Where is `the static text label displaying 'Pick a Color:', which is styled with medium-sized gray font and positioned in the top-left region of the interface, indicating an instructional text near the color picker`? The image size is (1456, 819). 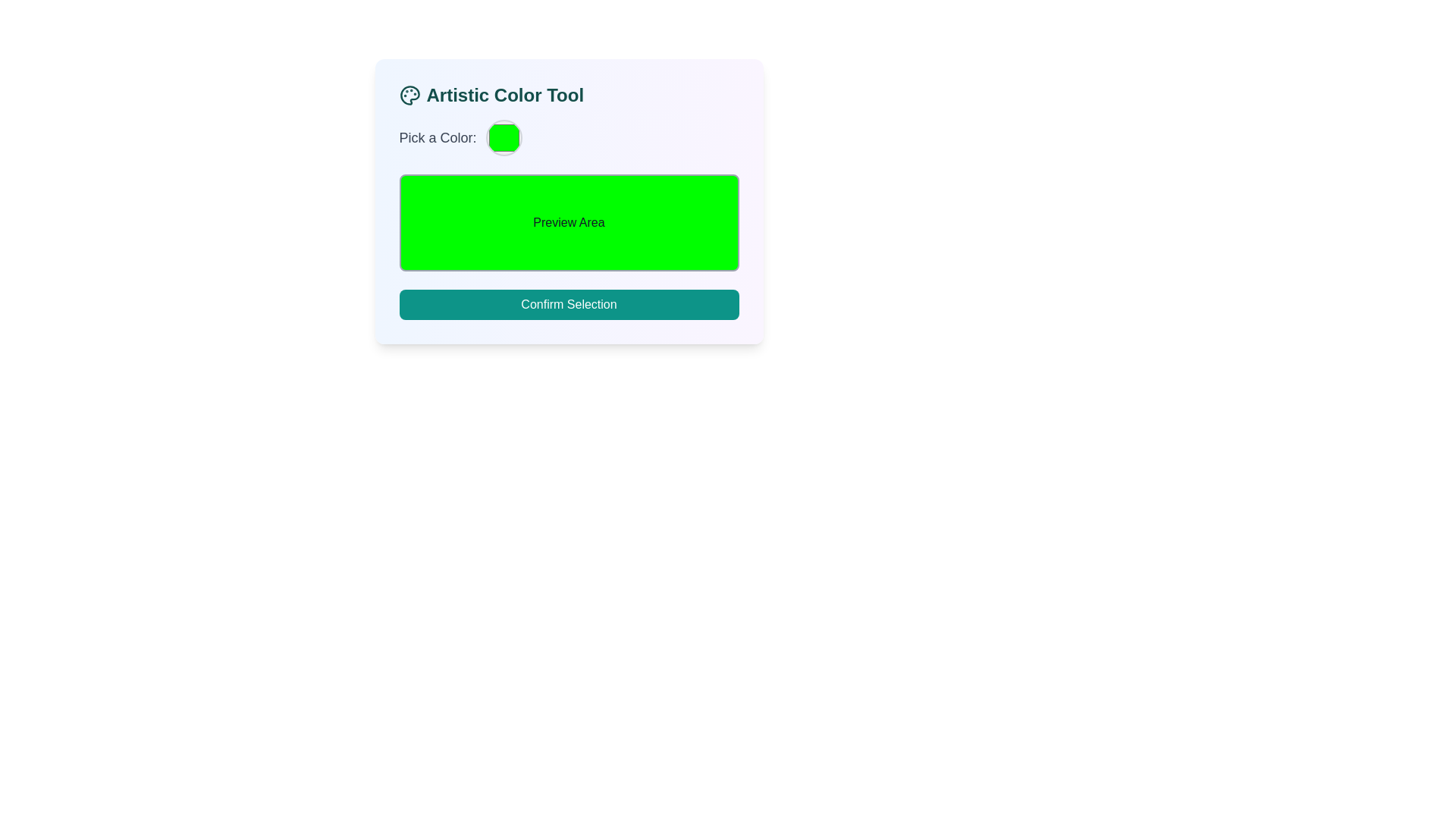 the static text label displaying 'Pick a Color:', which is styled with medium-sized gray font and positioned in the top-left region of the interface, indicating an instructional text near the color picker is located at coordinates (437, 137).